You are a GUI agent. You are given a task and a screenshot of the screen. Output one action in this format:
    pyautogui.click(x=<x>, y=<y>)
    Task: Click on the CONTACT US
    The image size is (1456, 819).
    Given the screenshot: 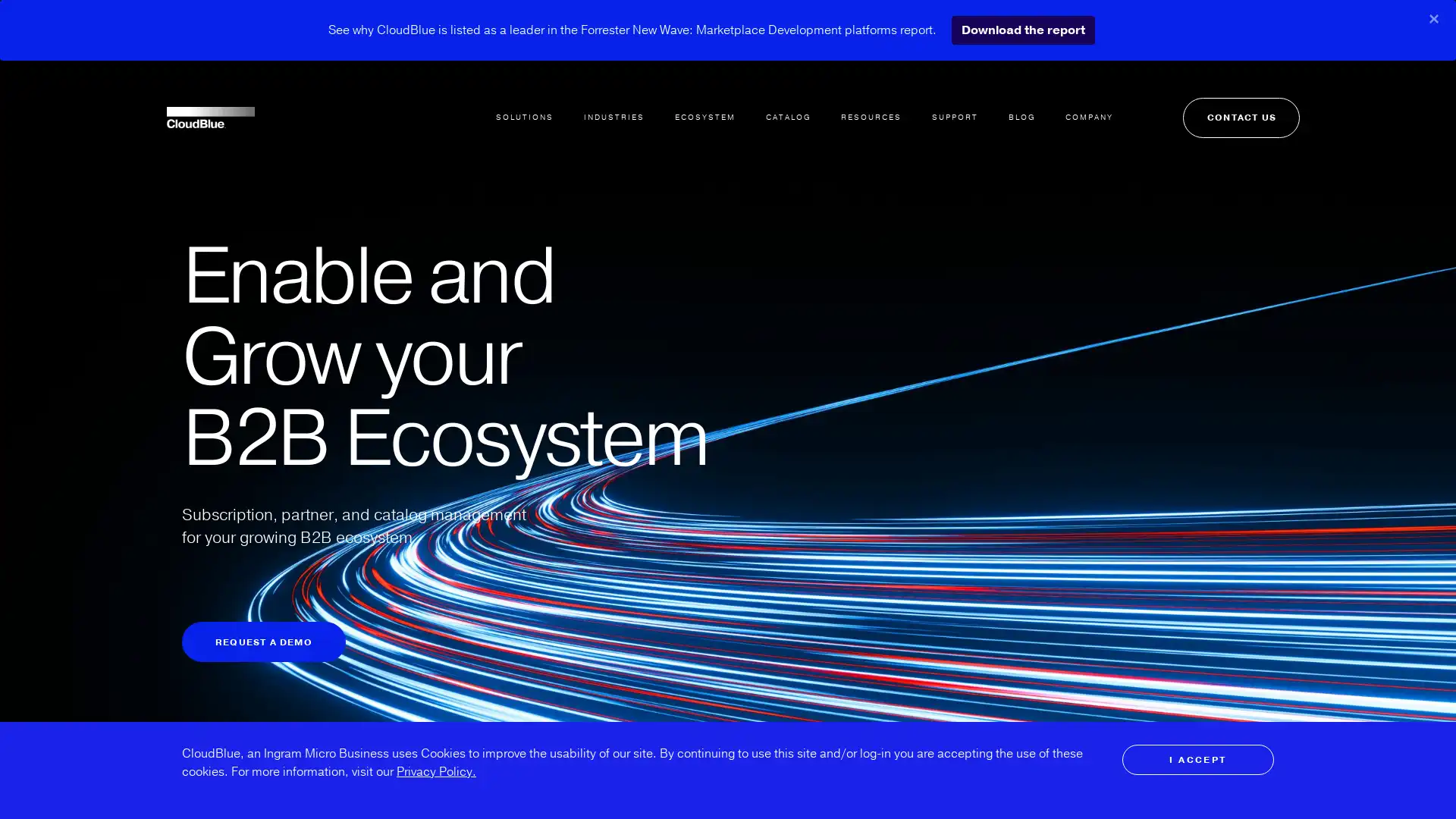 What is the action you would take?
    pyautogui.click(x=1216, y=97)
    